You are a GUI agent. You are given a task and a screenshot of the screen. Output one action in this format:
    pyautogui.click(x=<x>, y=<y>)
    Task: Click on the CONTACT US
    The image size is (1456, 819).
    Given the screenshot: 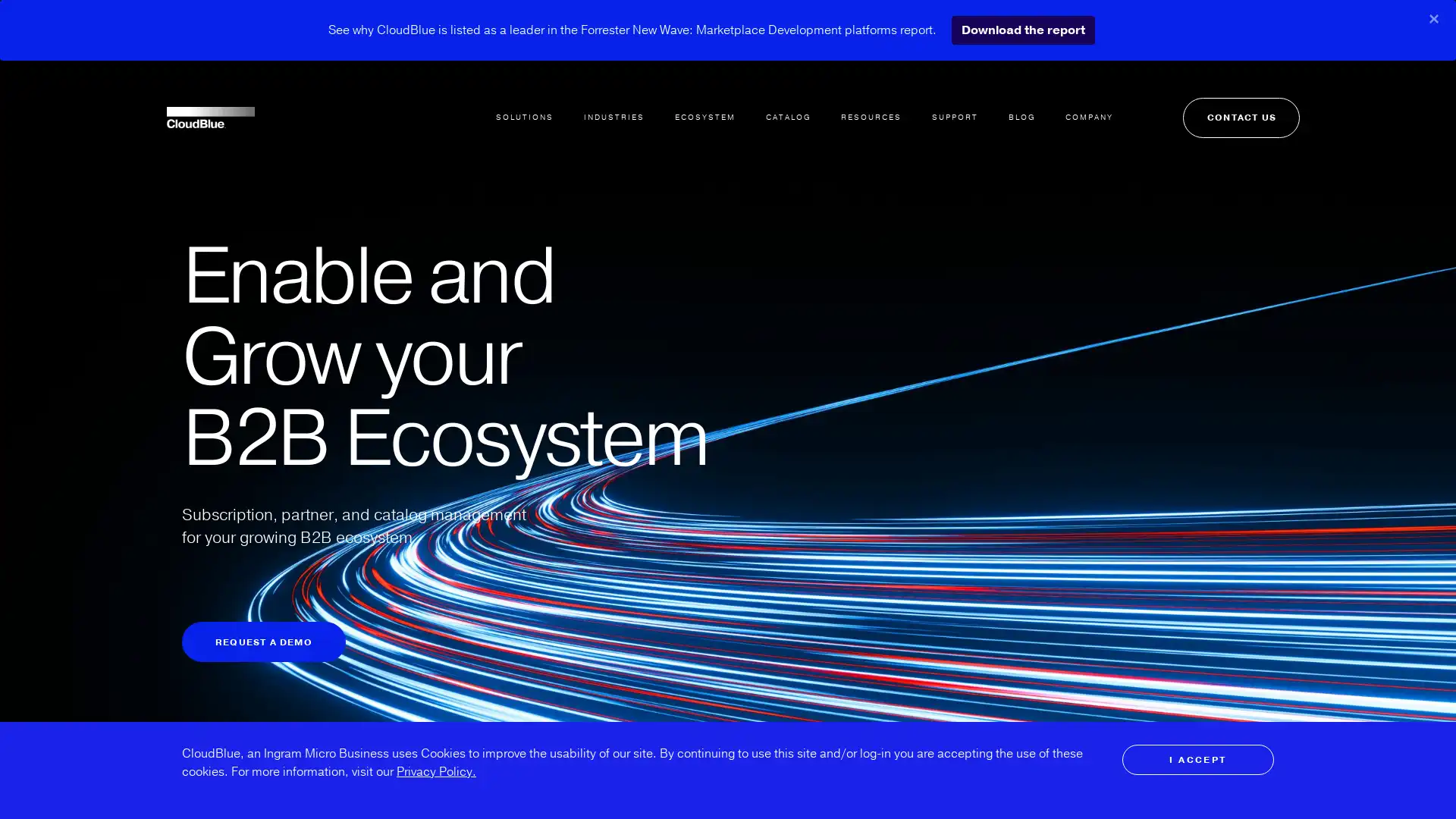 What is the action you would take?
    pyautogui.click(x=1216, y=97)
    